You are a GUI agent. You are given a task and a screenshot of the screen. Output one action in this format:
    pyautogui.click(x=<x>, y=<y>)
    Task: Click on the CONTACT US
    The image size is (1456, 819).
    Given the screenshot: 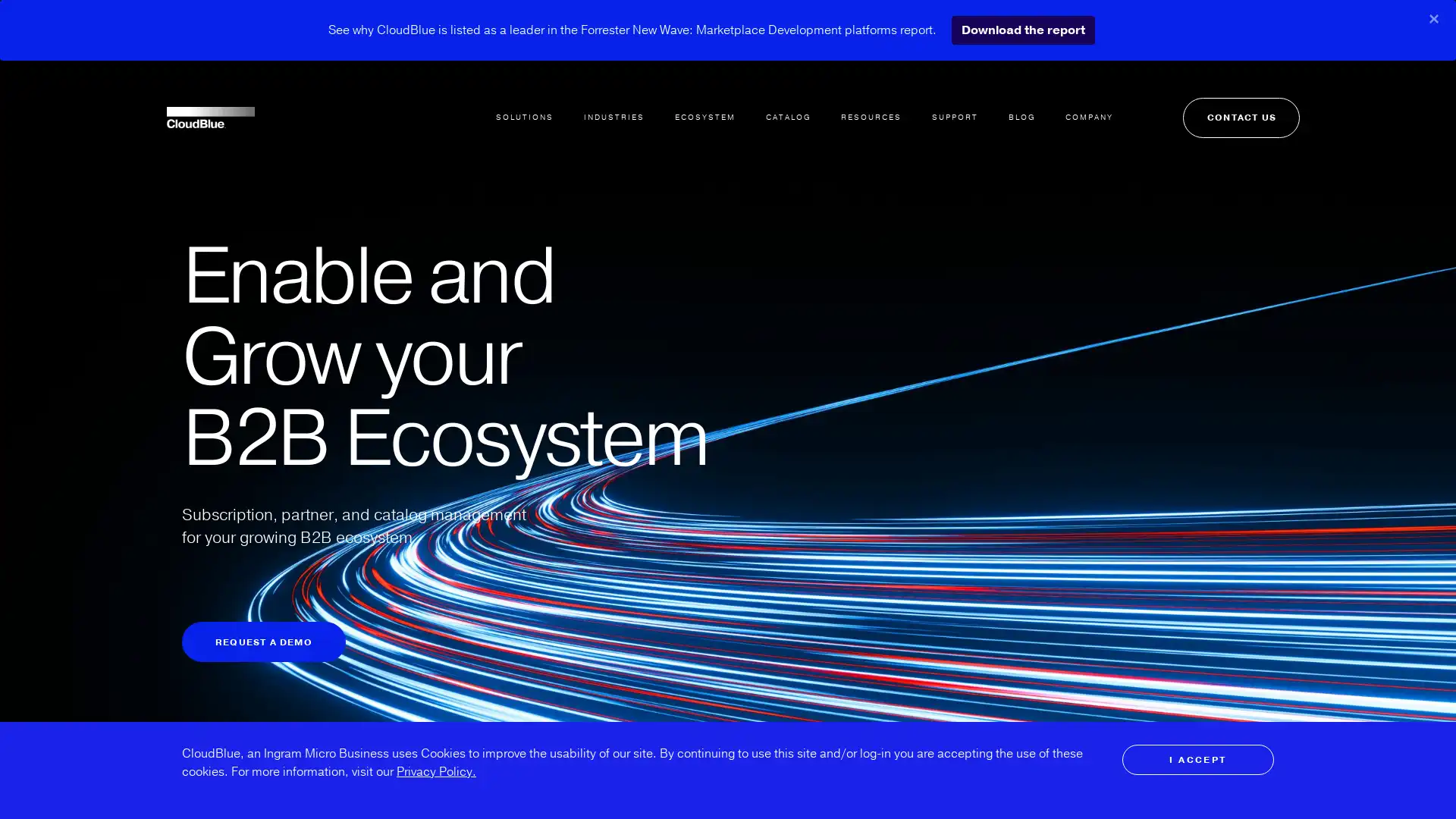 What is the action you would take?
    pyautogui.click(x=1216, y=97)
    